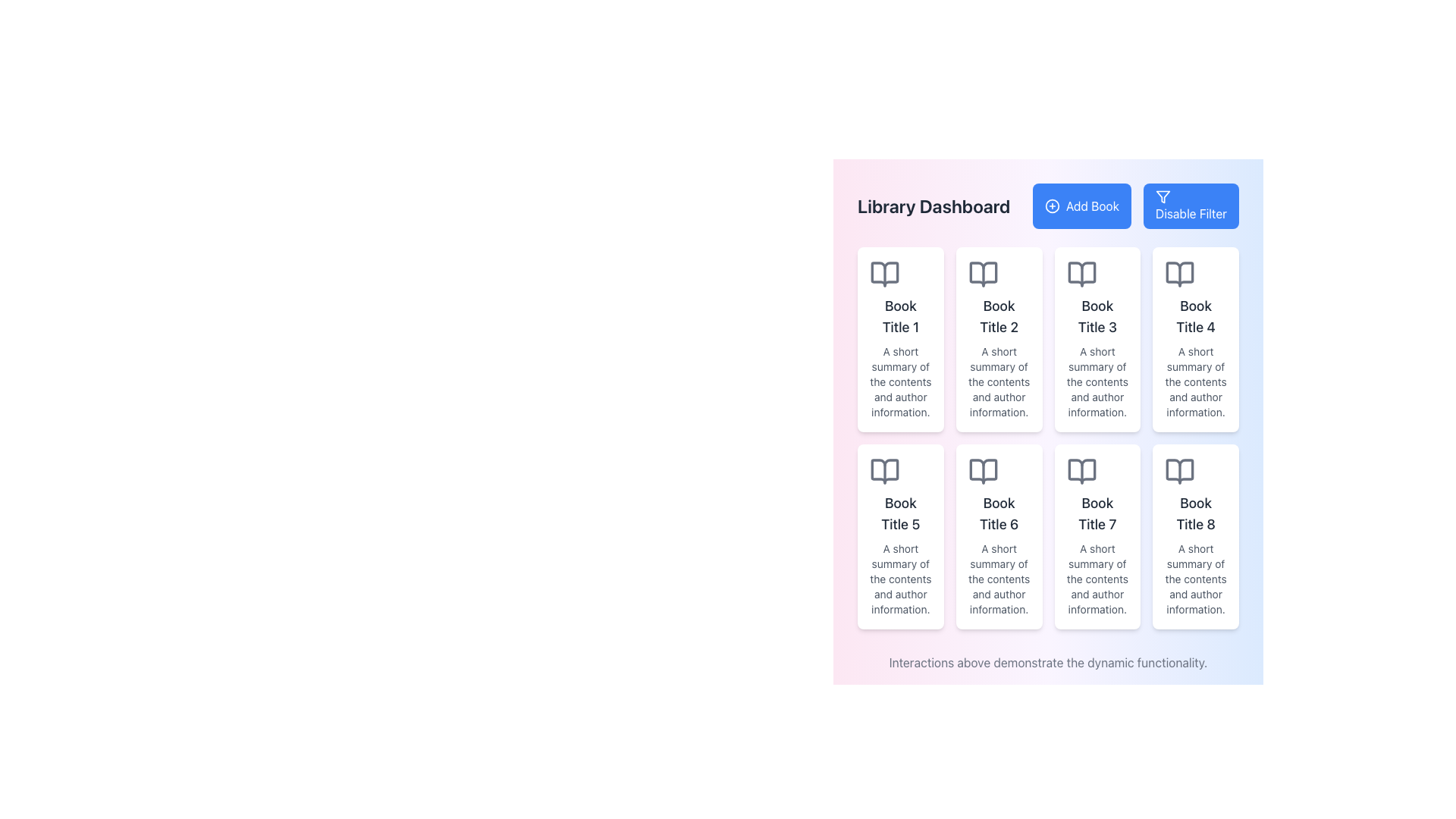 The width and height of the screenshot is (1456, 819). Describe the element at coordinates (1195, 579) in the screenshot. I see `the text component displaying 'A short summary of the contents and author information.' located within the card of 'Book Title 8' in the bottom right corner of a 4x2 grid layout` at that location.